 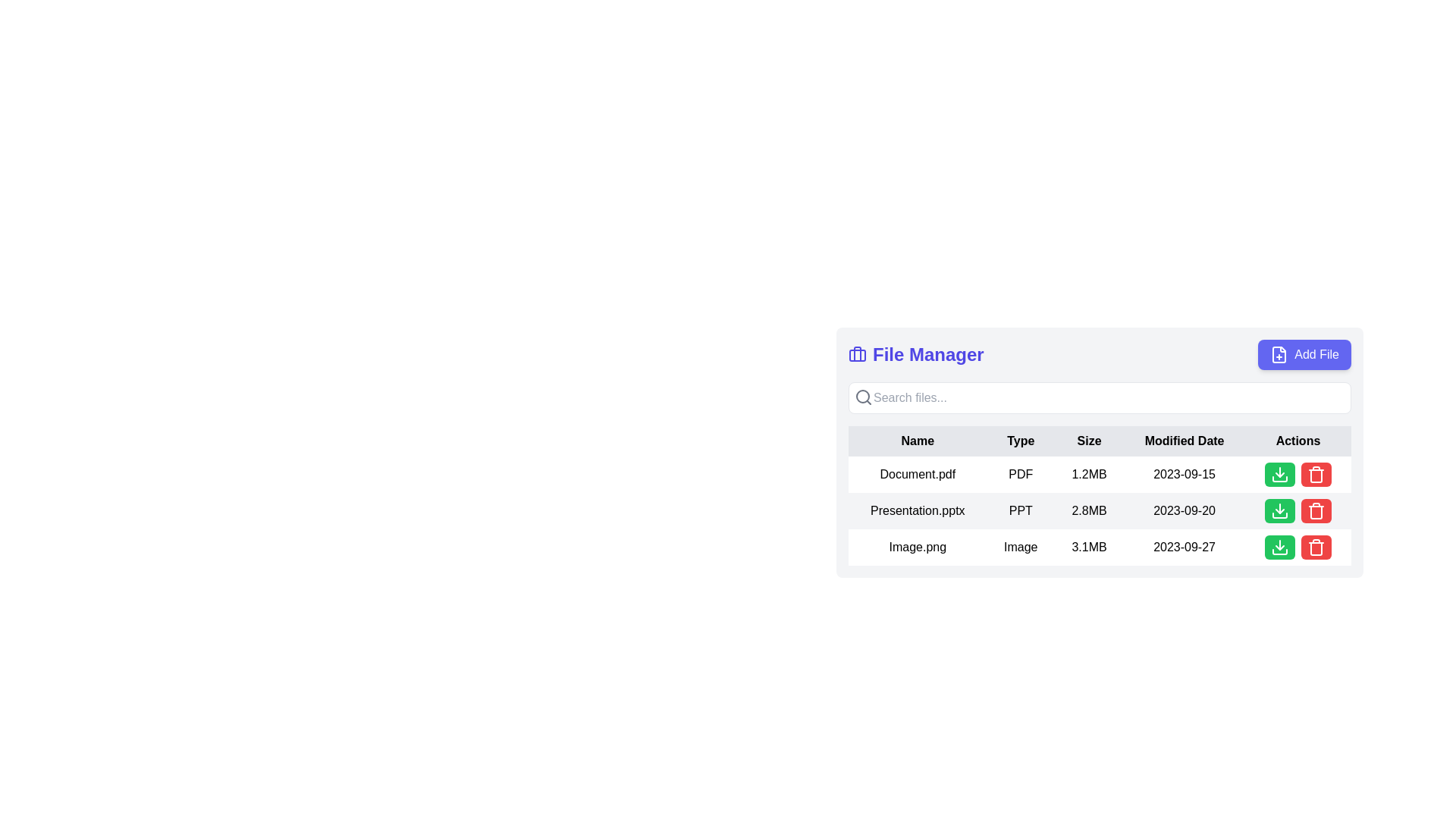 I want to click on the download button with an embedded icon located on the far right side in the table's 'Actions' column for the 'Presentation.pptx' row, so click(x=1279, y=511).